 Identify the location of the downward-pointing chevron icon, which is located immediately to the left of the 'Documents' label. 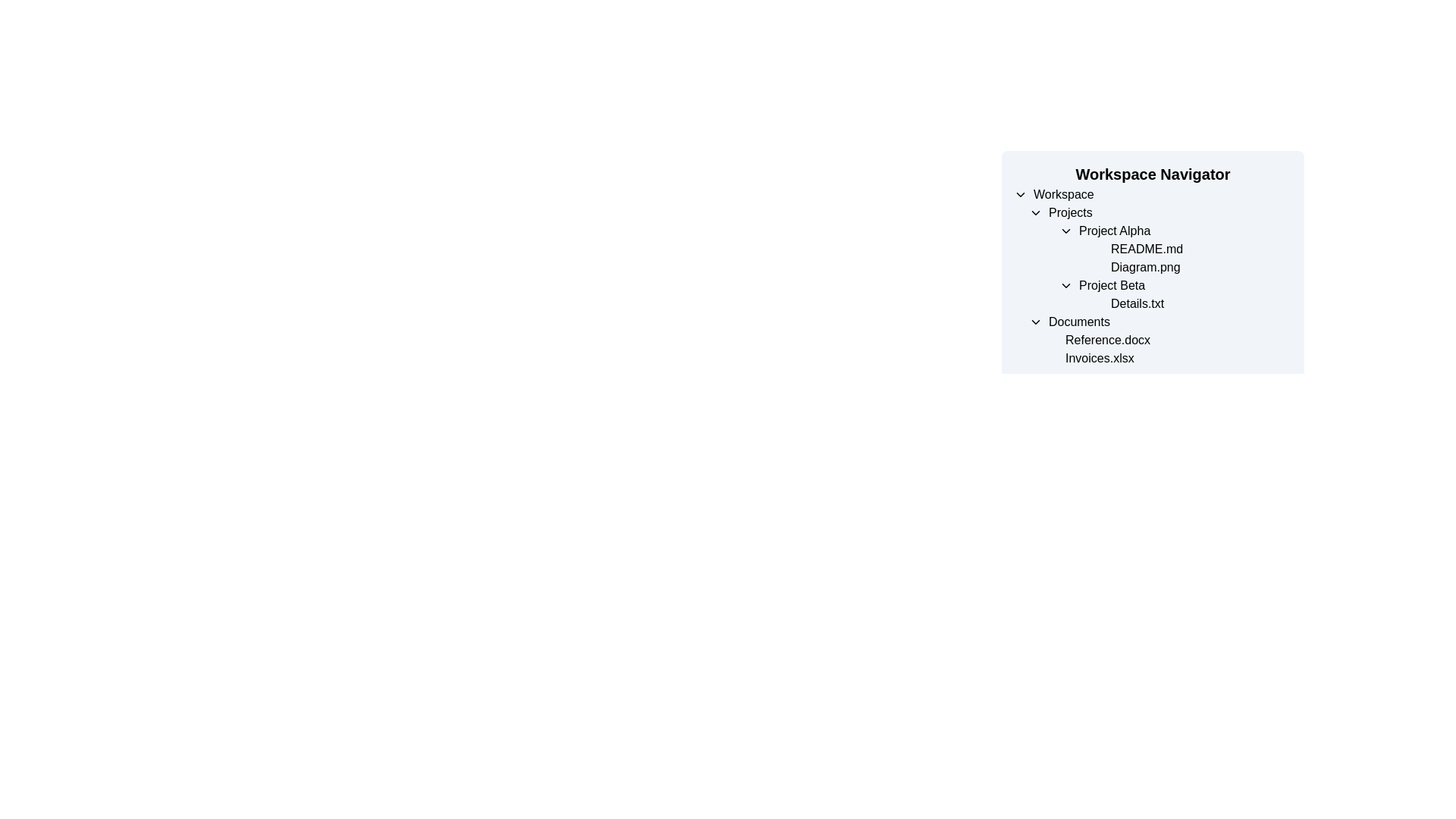
(1035, 321).